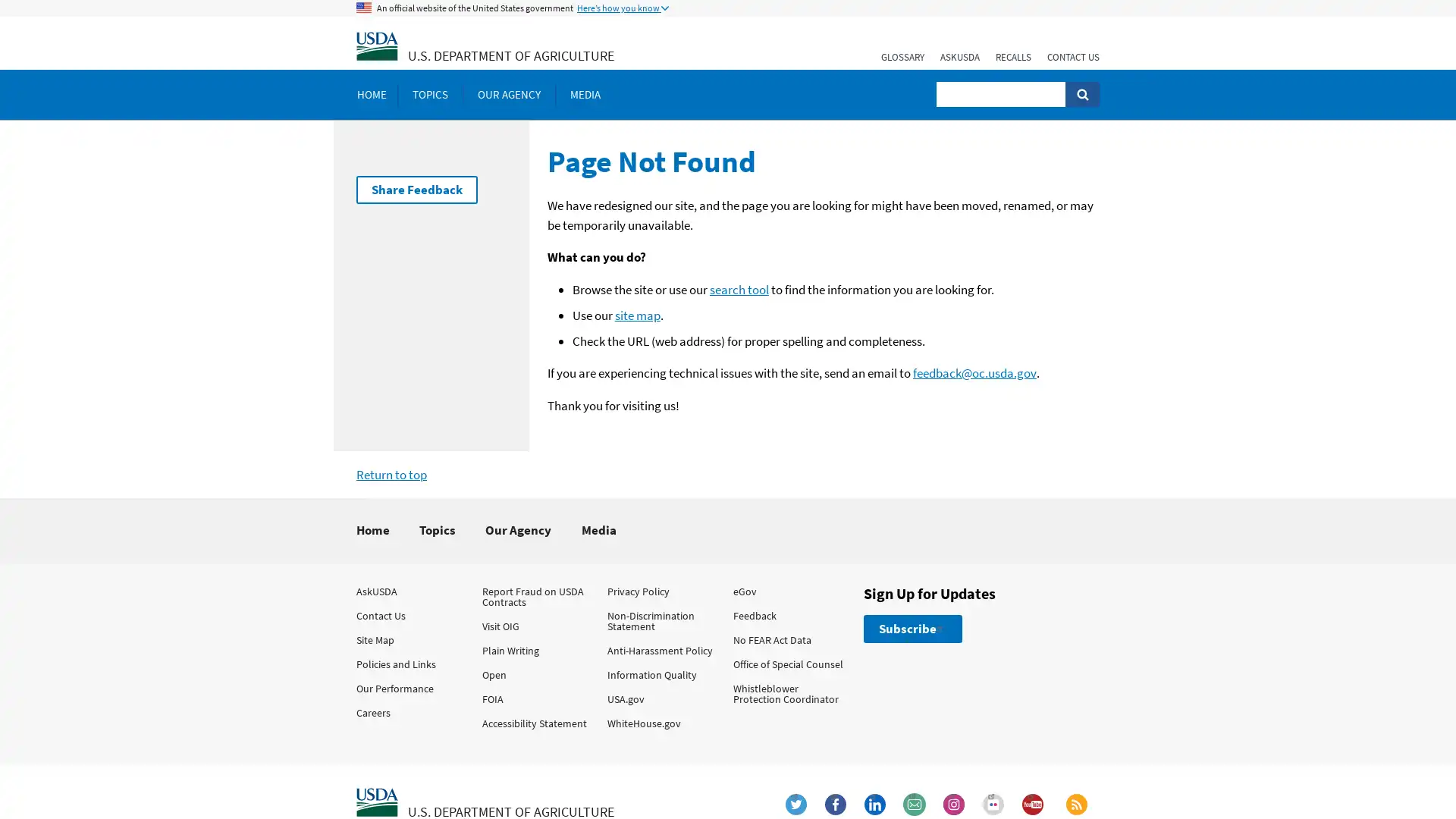  I want to click on TOPICS, so click(429, 94).